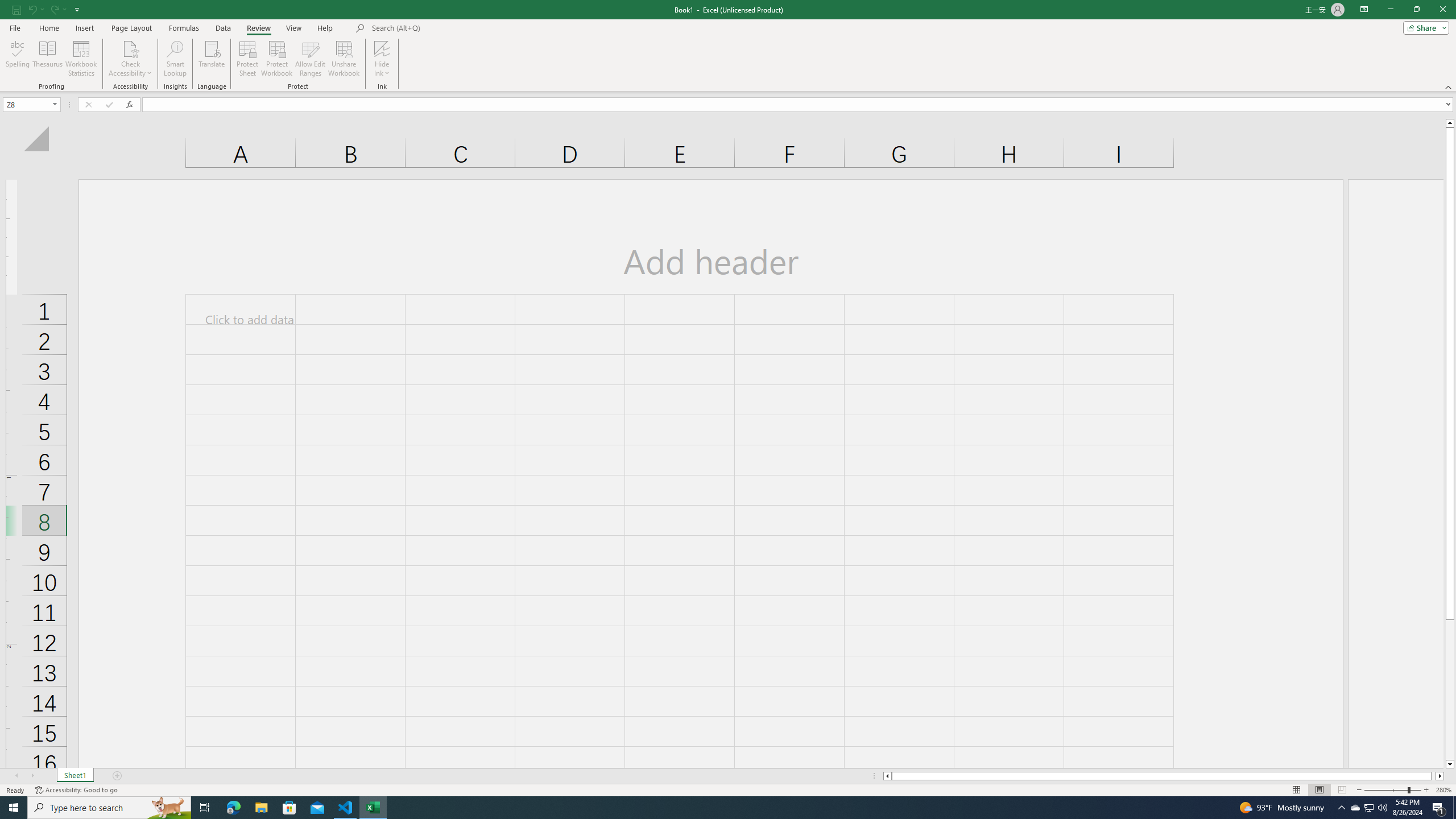 The width and height of the screenshot is (1456, 819). Describe the element at coordinates (47, 59) in the screenshot. I see `'Thesaurus...'` at that location.